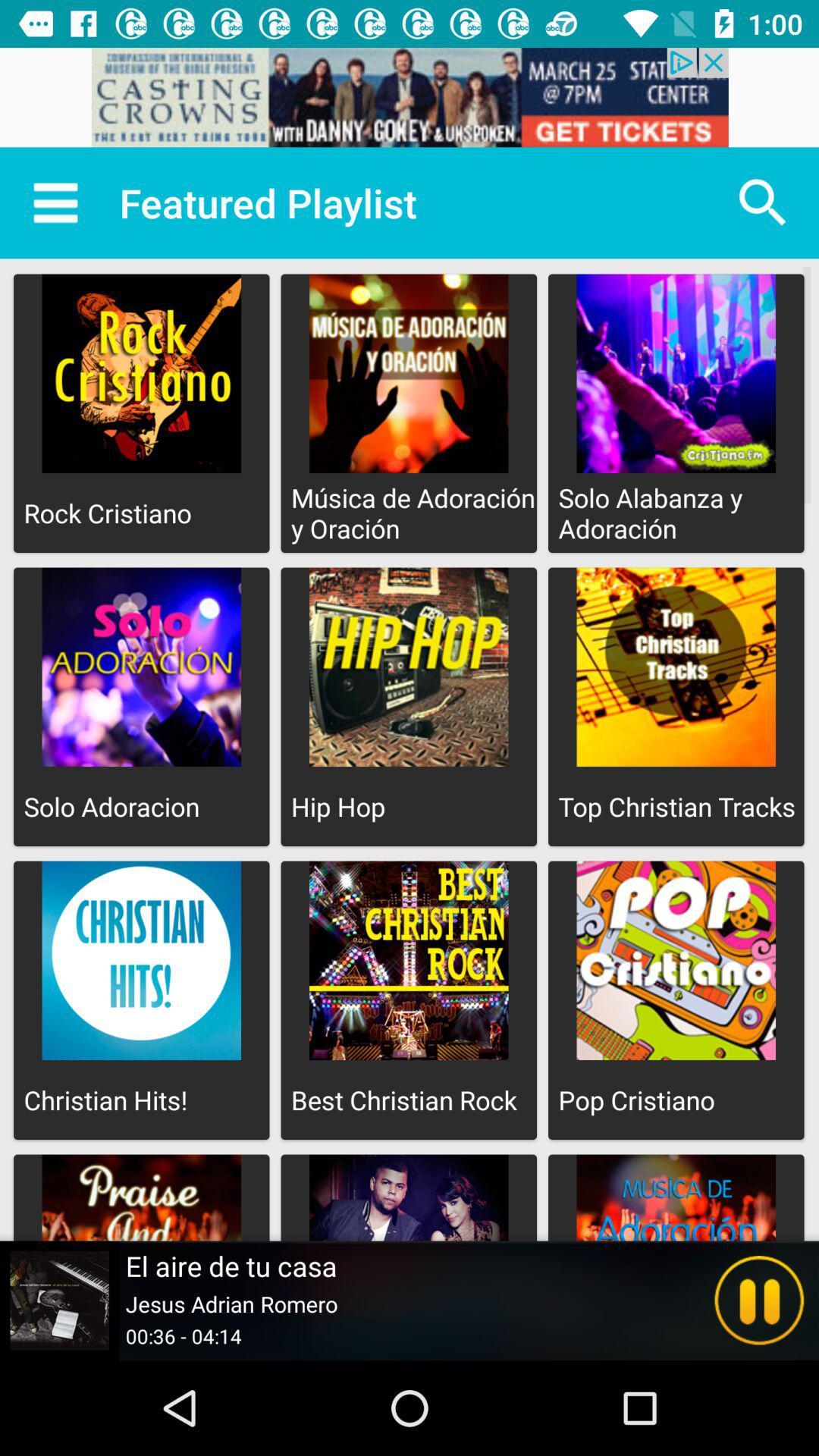  Describe the element at coordinates (759, 1300) in the screenshot. I see `the pause icon at the right corner of the screen` at that location.